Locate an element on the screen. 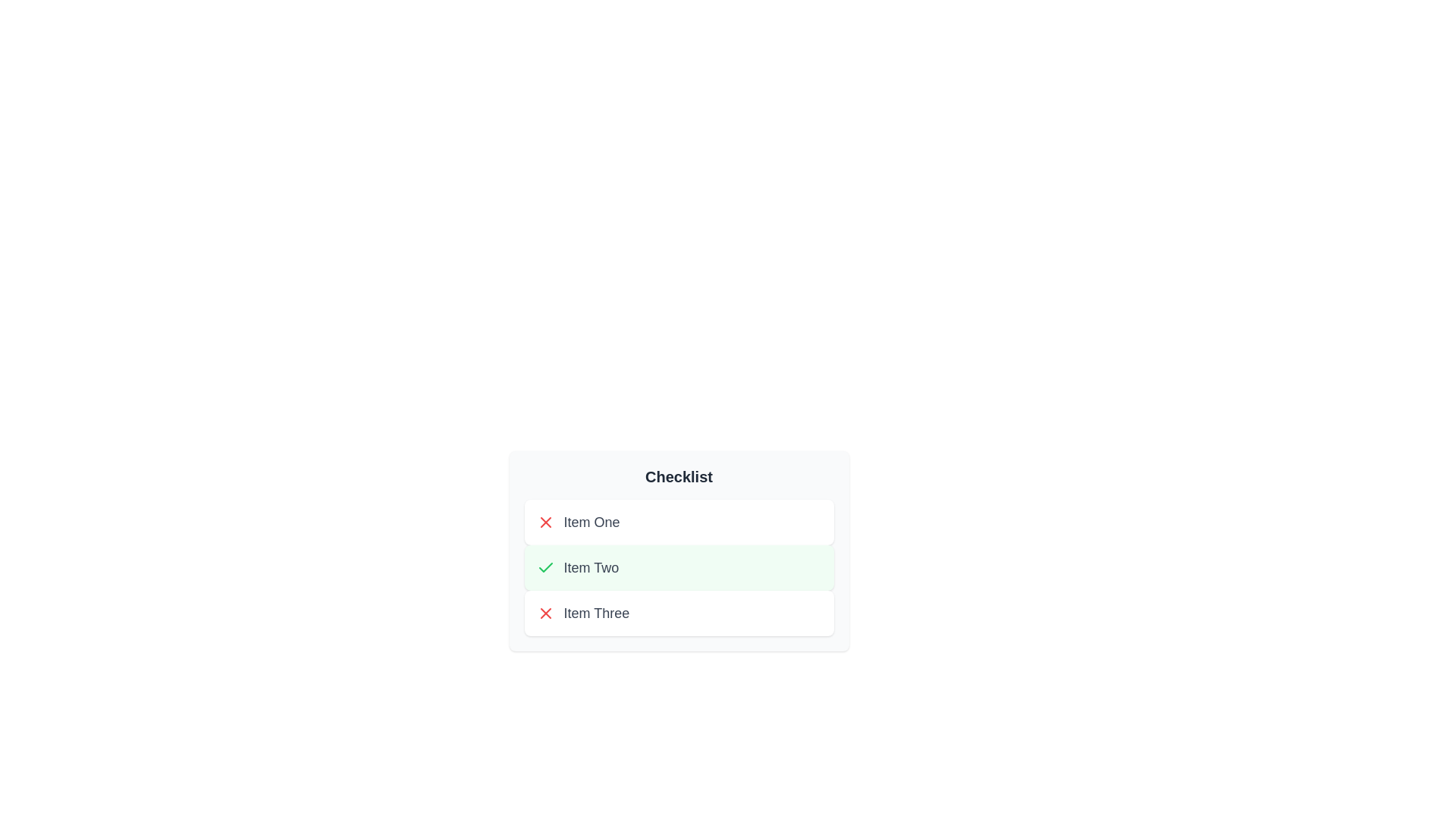 Image resolution: width=1456 pixels, height=819 pixels. the item Item One in the checklist is located at coordinates (678, 522).